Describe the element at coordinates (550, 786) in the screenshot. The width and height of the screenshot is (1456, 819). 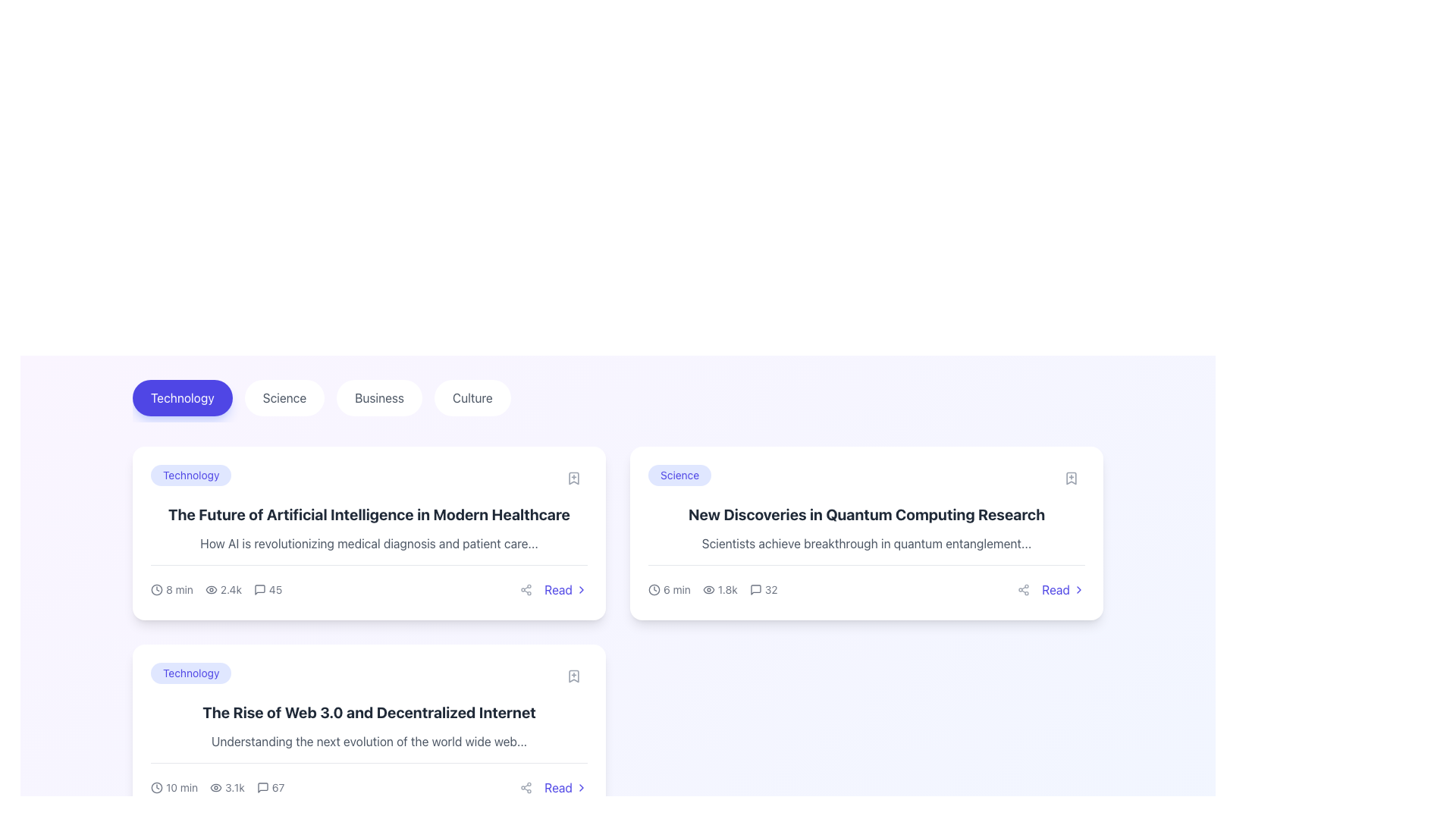
I see `the 'Read' button, which is an indigo blue text label with a right-pointing chevron icon, to observe its visual change` at that location.